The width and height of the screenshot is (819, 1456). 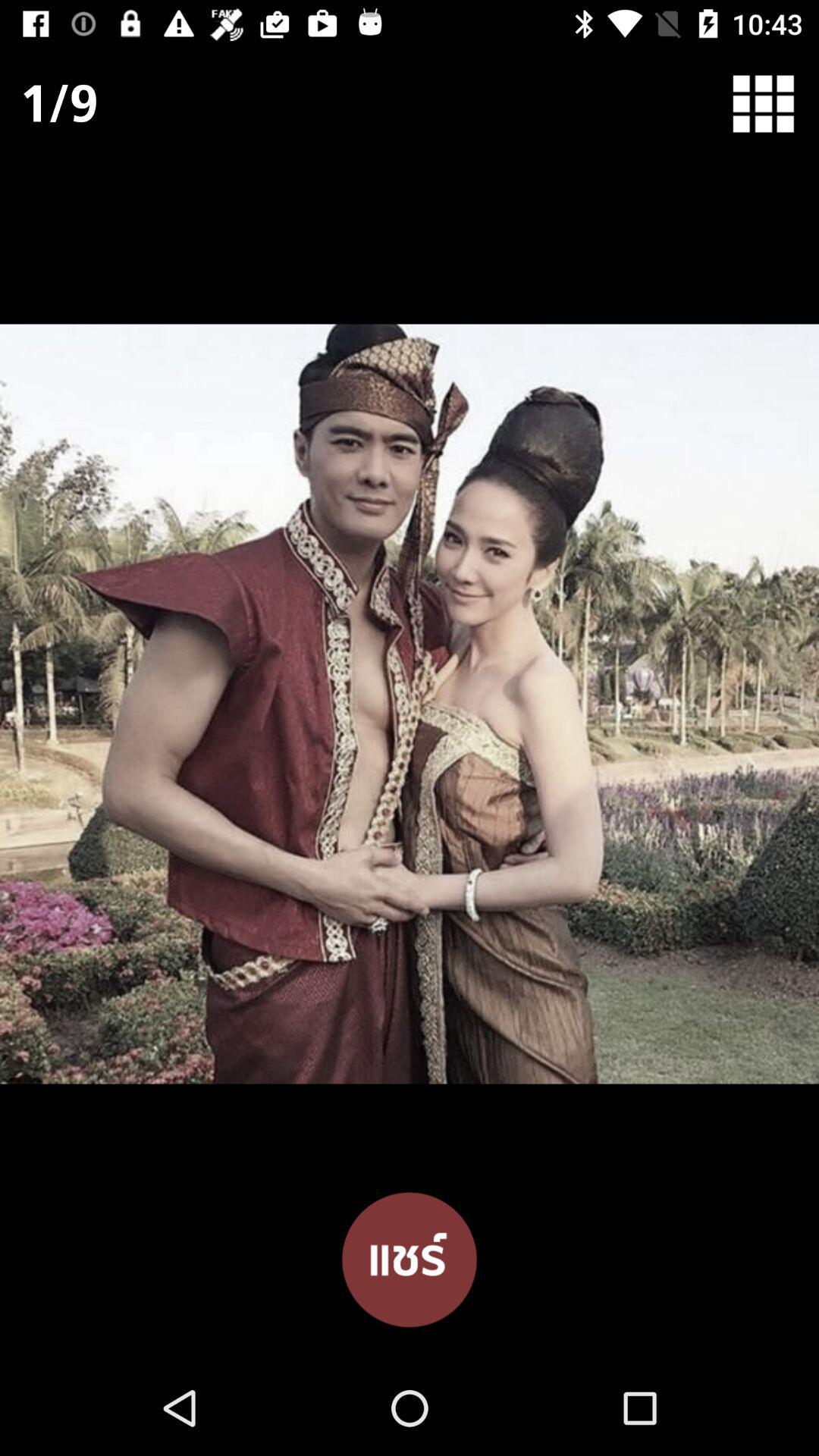 I want to click on click the square, so click(x=773, y=102).